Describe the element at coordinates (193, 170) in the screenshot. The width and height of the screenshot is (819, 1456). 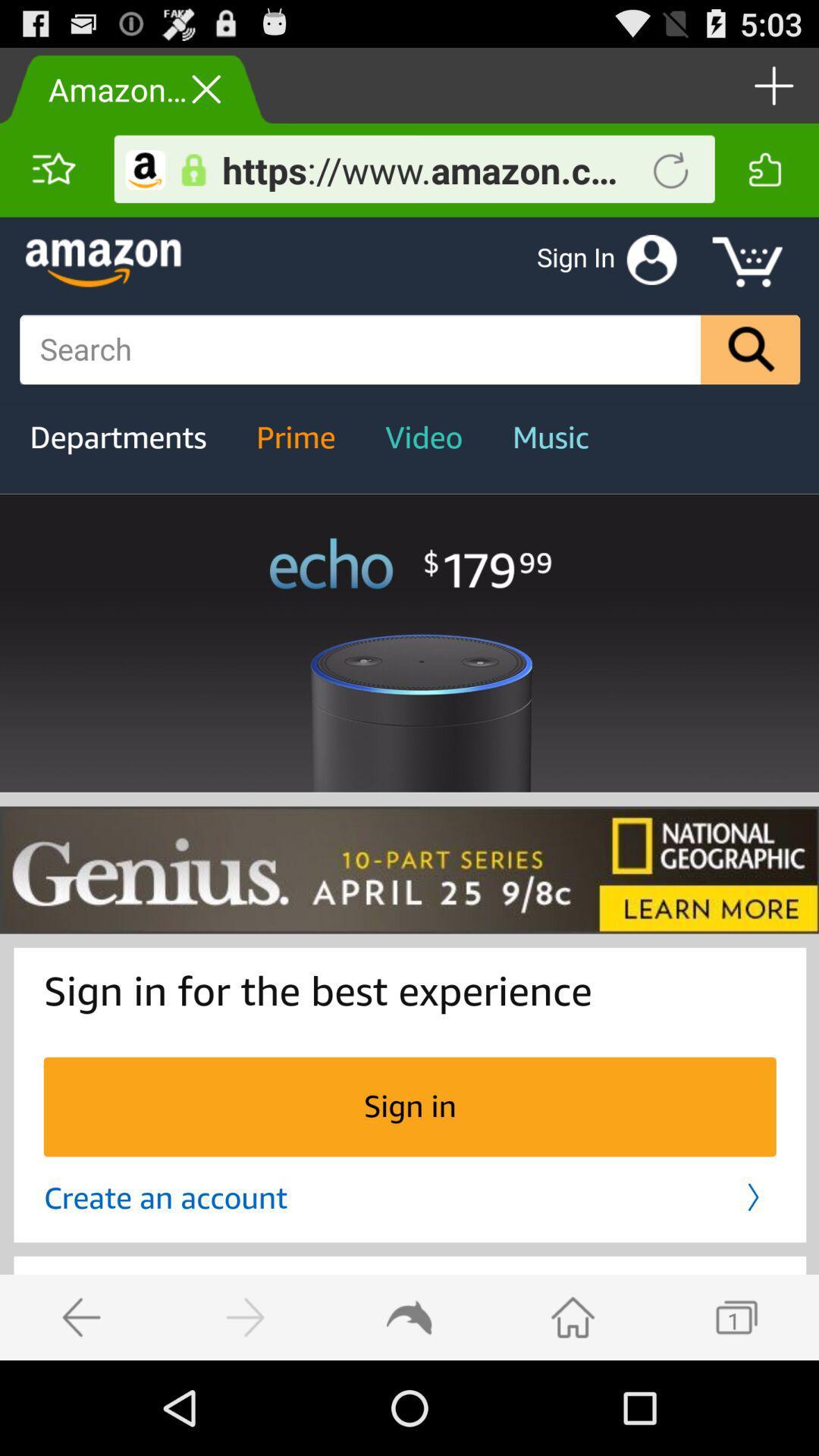
I see `loct the file` at that location.